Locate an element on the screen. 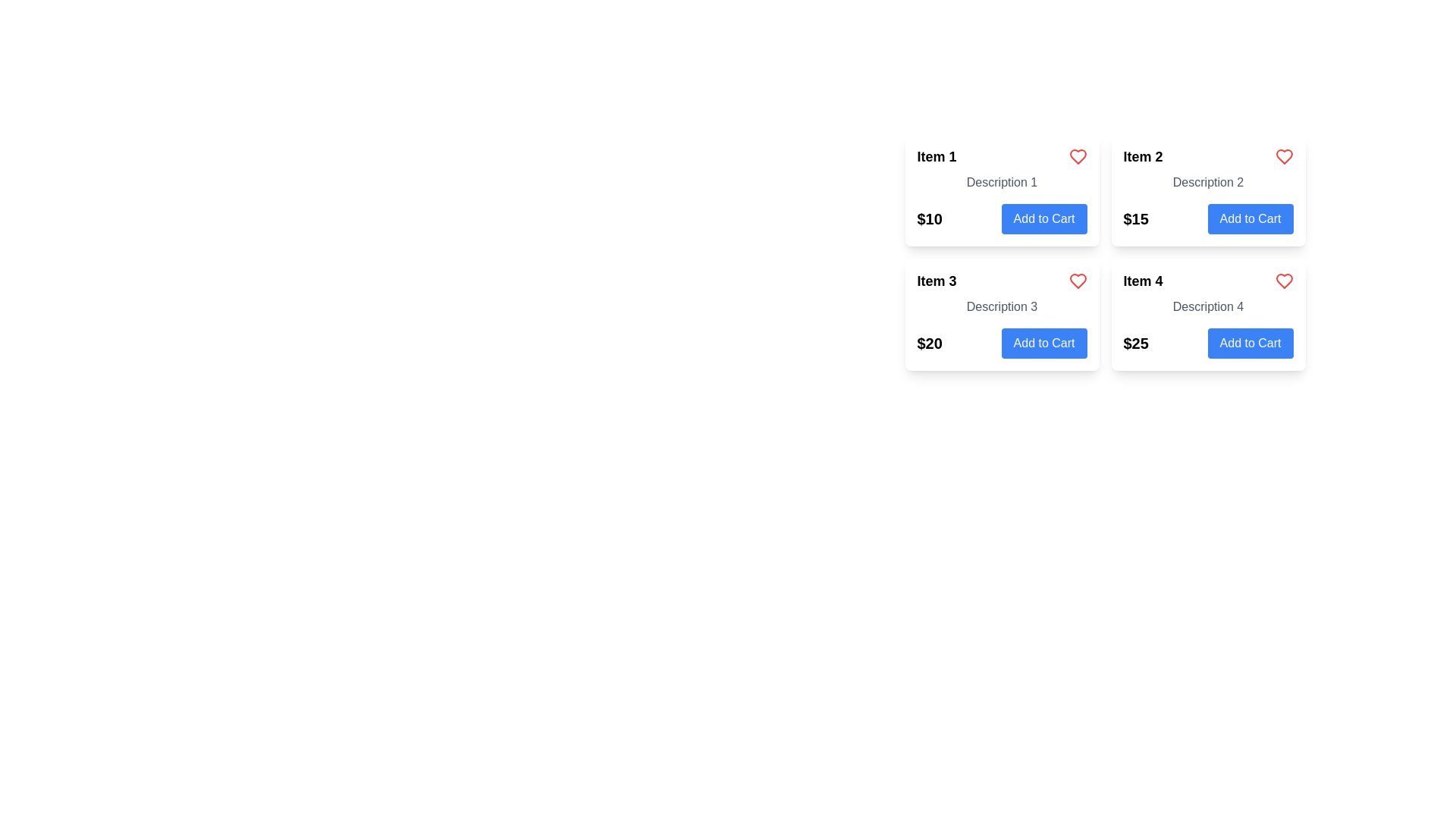  the title 'Item 4' at the bottom-right of the grid to select it for potential editing is located at coordinates (1207, 281).